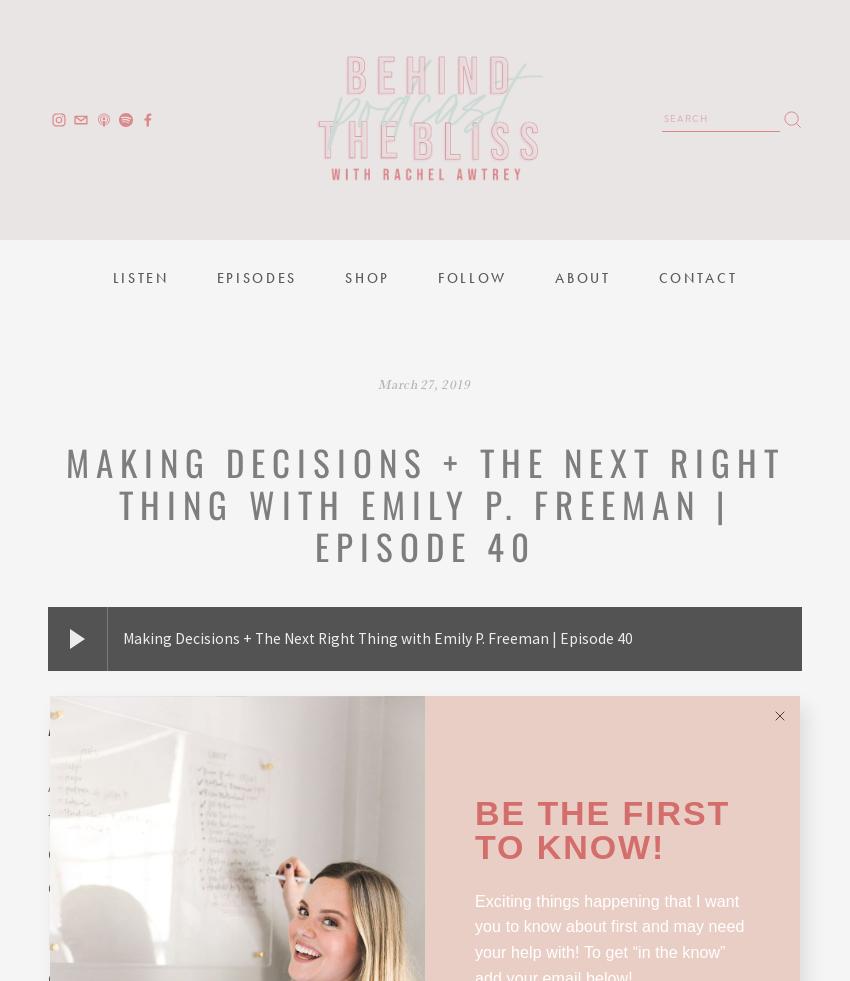 The height and width of the screenshot is (981, 850). I want to click on 'Follow', so click(472, 277).